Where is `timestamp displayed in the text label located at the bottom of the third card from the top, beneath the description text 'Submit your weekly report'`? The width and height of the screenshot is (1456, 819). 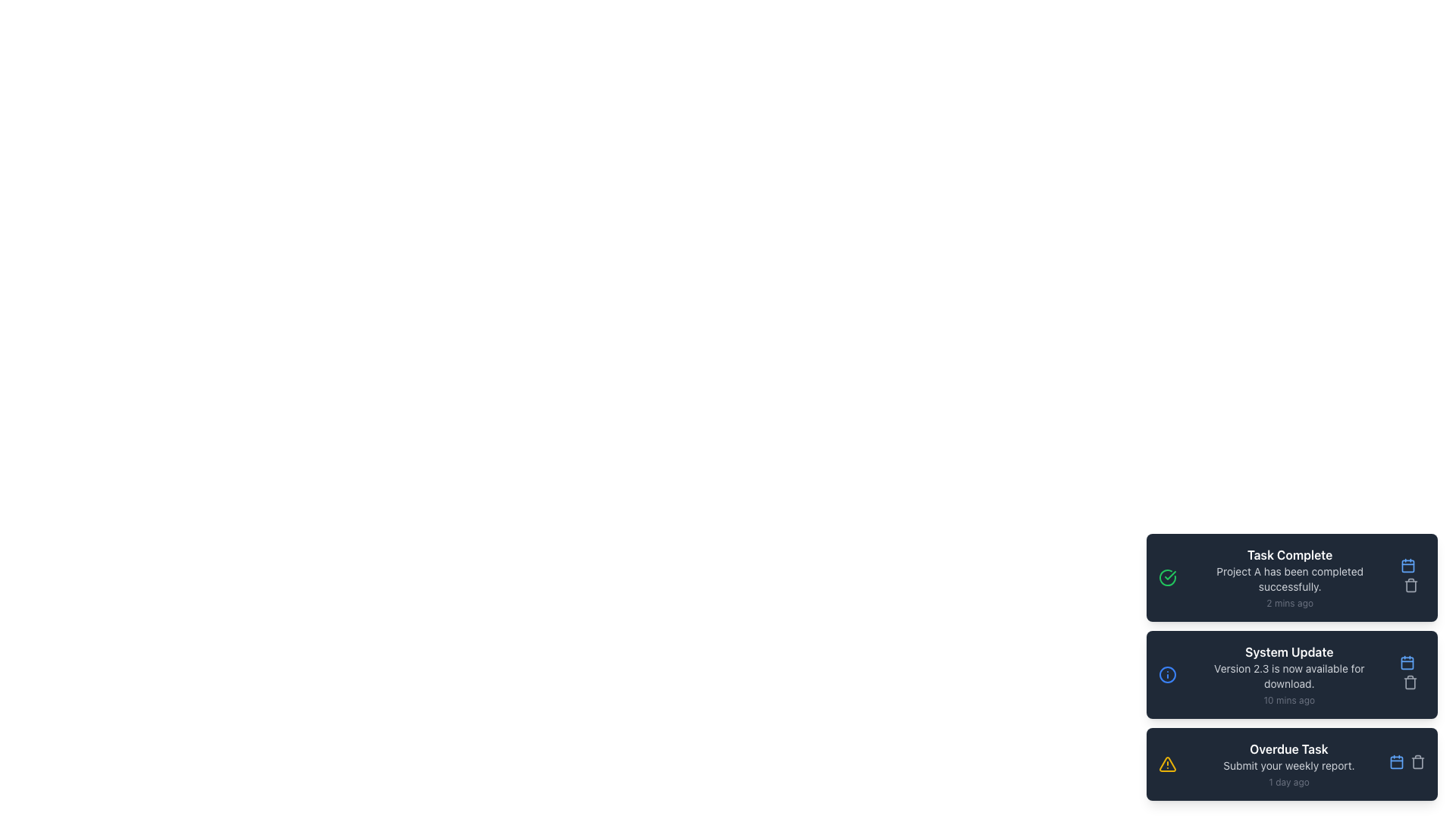 timestamp displayed in the text label located at the bottom of the third card from the top, beneath the description text 'Submit your weekly report' is located at coordinates (1288, 783).